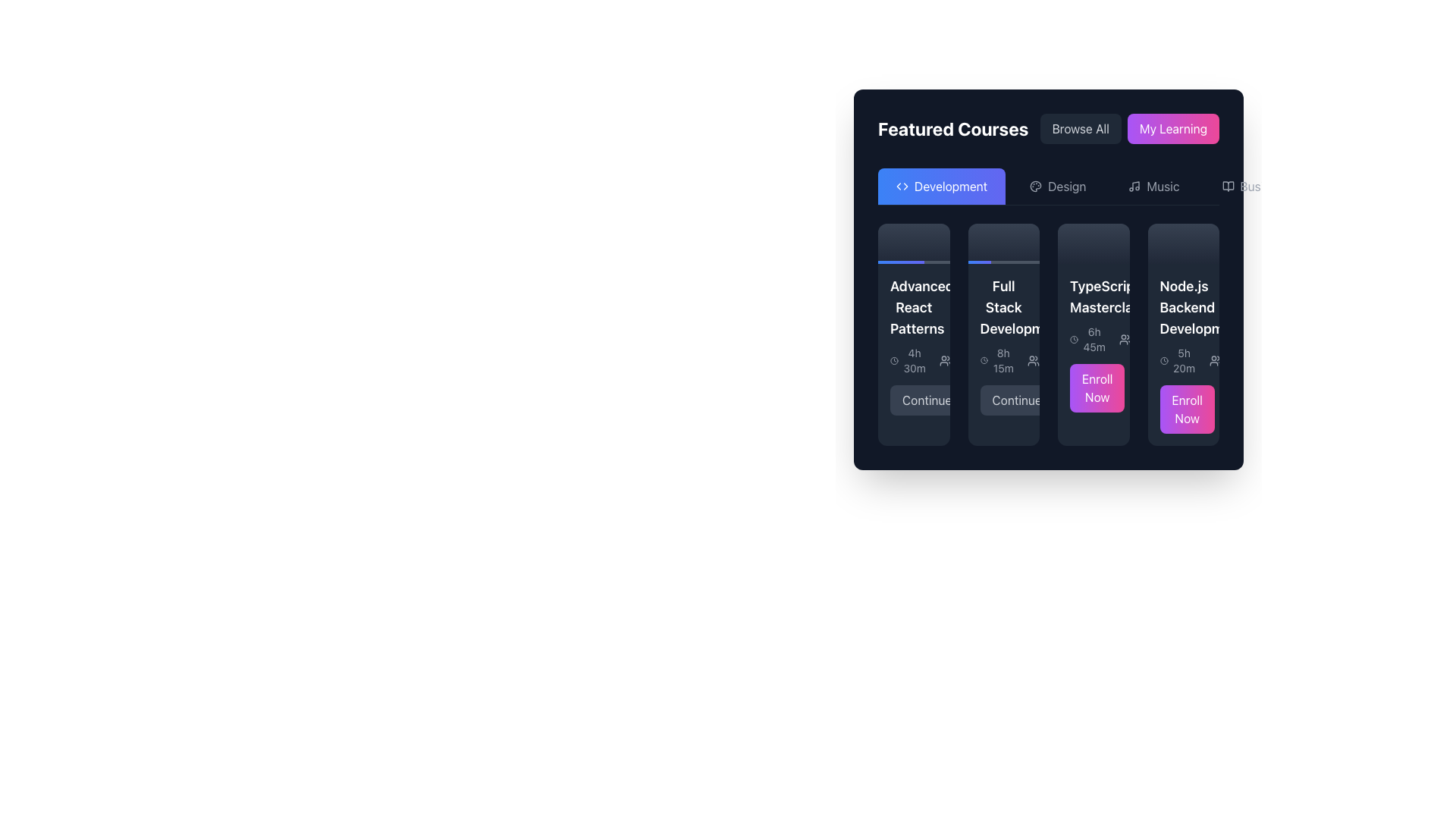 The width and height of the screenshot is (1456, 819). Describe the element at coordinates (1182, 409) in the screenshot. I see `the 'Enroll Now' button, which is a rectangular button with gradient colors transitioning from purple to pink and bold white text, located in the lower-right corner of the 'Node.js Backend Development' course card` at that location.